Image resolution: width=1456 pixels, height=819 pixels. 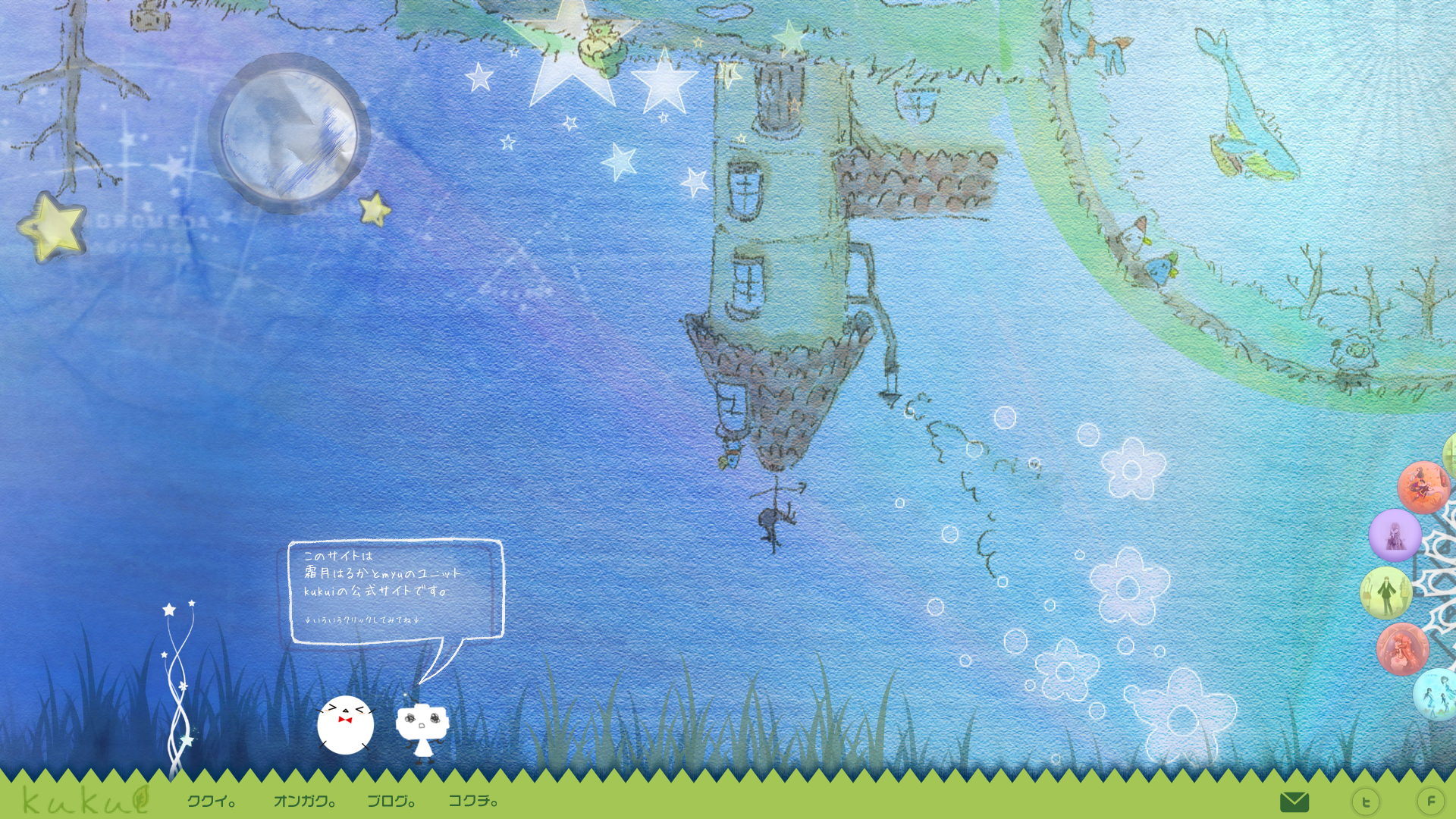 I want to click on 'Click to enlarge', so click(x=375, y=736).